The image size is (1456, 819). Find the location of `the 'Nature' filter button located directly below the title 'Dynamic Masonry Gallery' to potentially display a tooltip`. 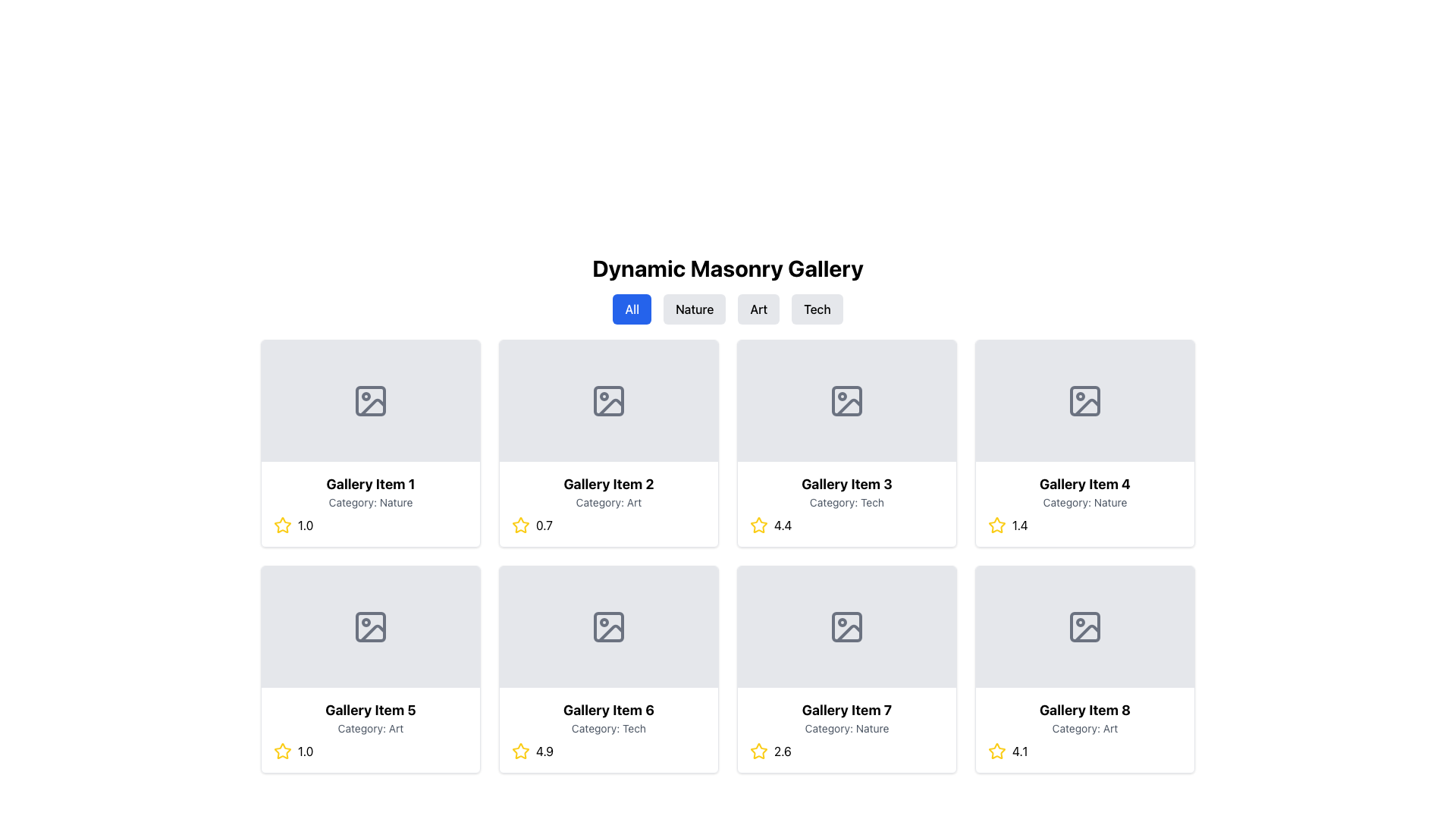

the 'Nature' filter button located directly below the title 'Dynamic Masonry Gallery' to potentially display a tooltip is located at coordinates (694, 309).